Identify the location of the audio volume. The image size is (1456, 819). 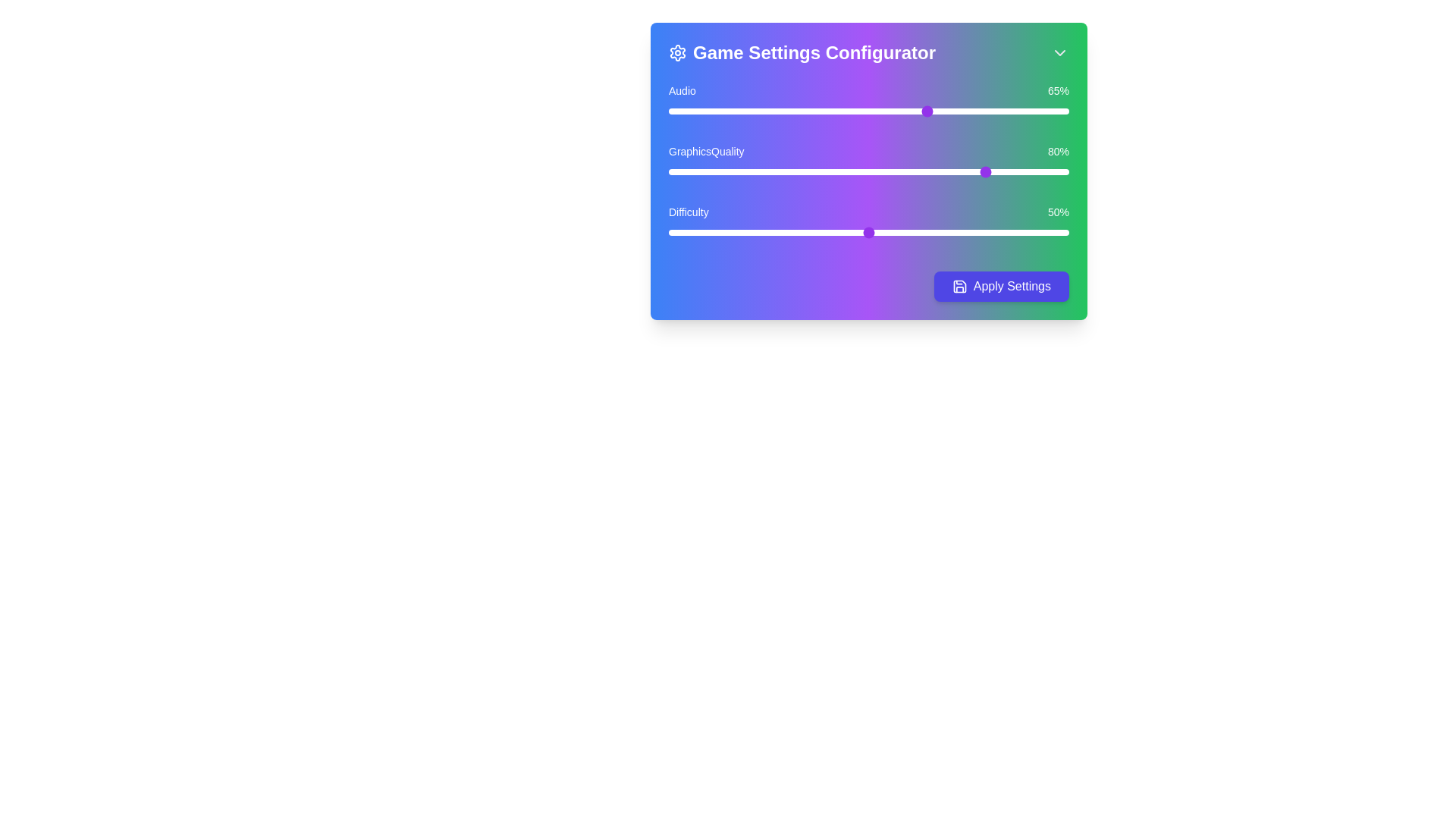
(924, 110).